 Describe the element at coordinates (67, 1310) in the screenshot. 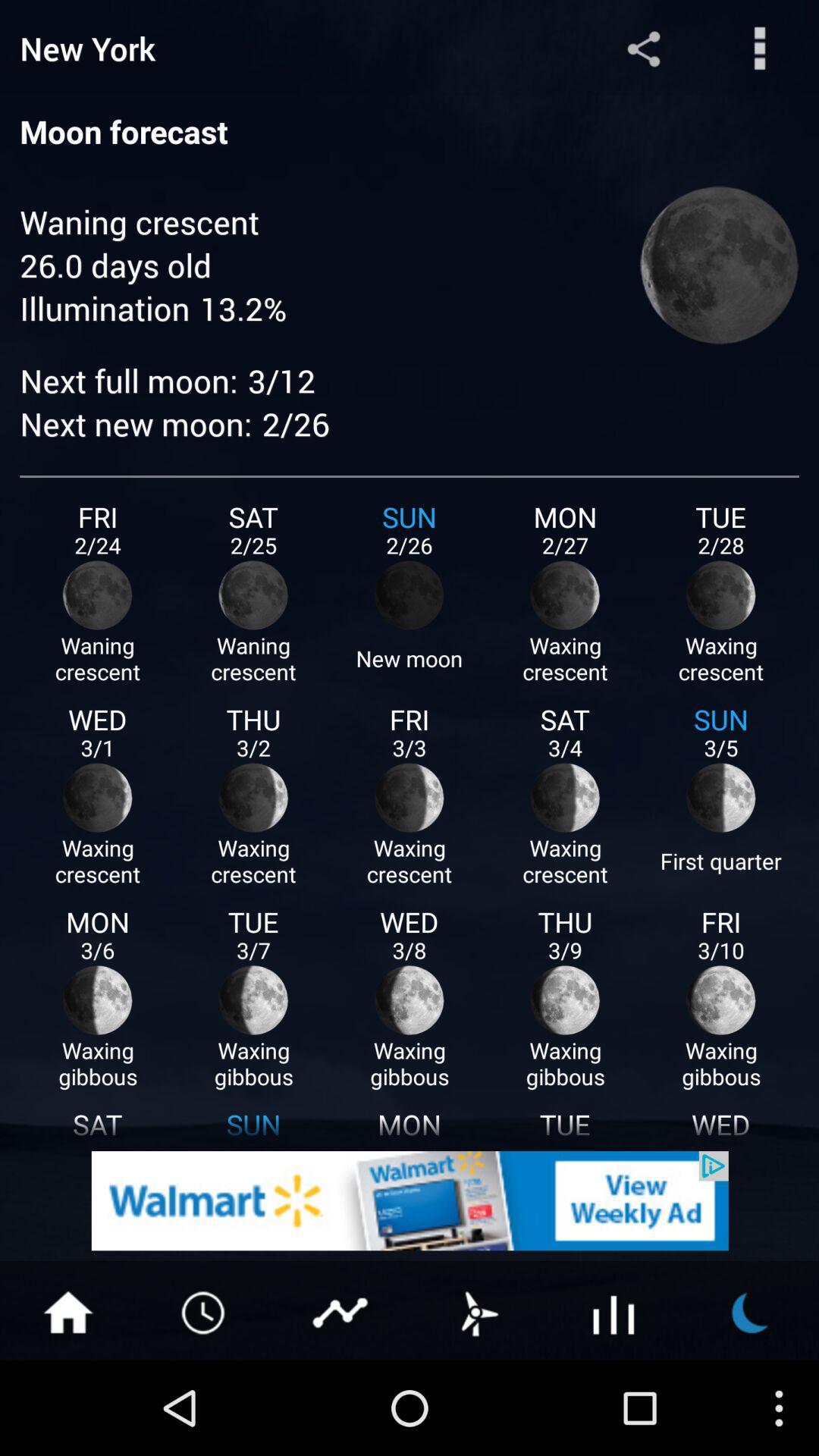

I see `home` at that location.